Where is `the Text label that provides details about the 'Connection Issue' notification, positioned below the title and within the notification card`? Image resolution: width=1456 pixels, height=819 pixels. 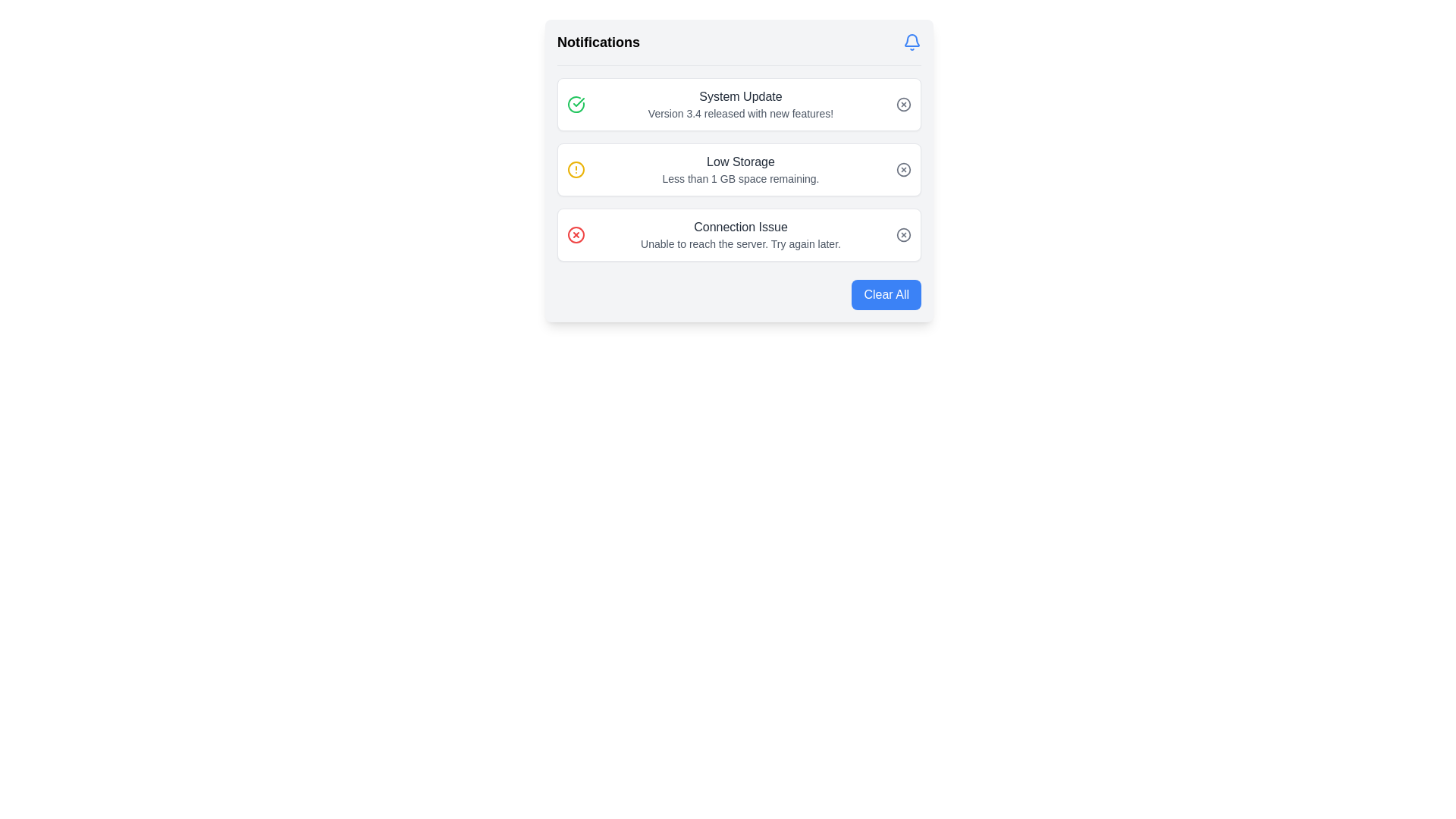 the Text label that provides details about the 'Connection Issue' notification, positioned below the title and within the notification card is located at coordinates (741, 243).